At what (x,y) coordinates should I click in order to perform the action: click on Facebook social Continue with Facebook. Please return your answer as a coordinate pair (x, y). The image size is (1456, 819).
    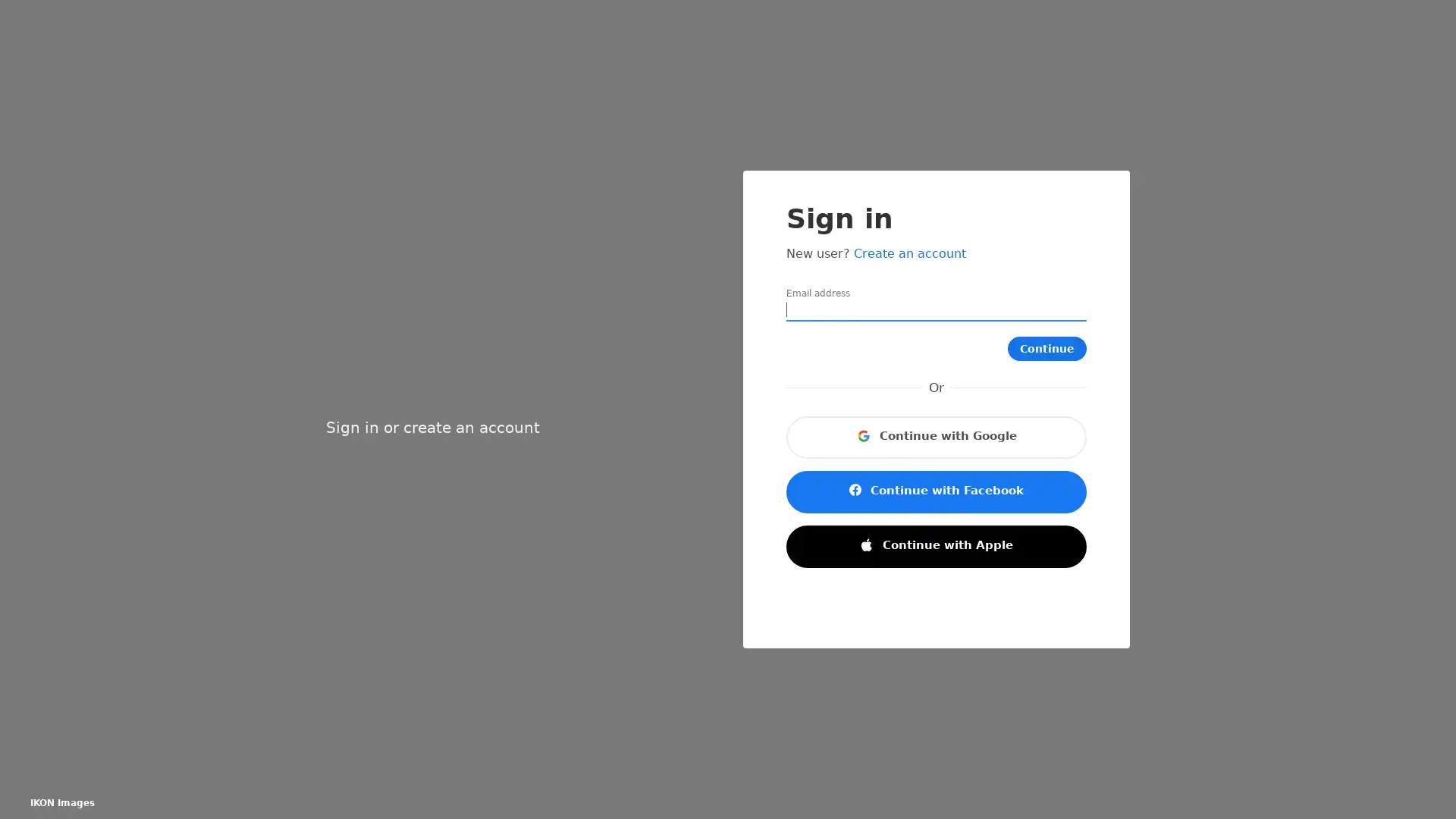
    Looking at the image, I should click on (935, 491).